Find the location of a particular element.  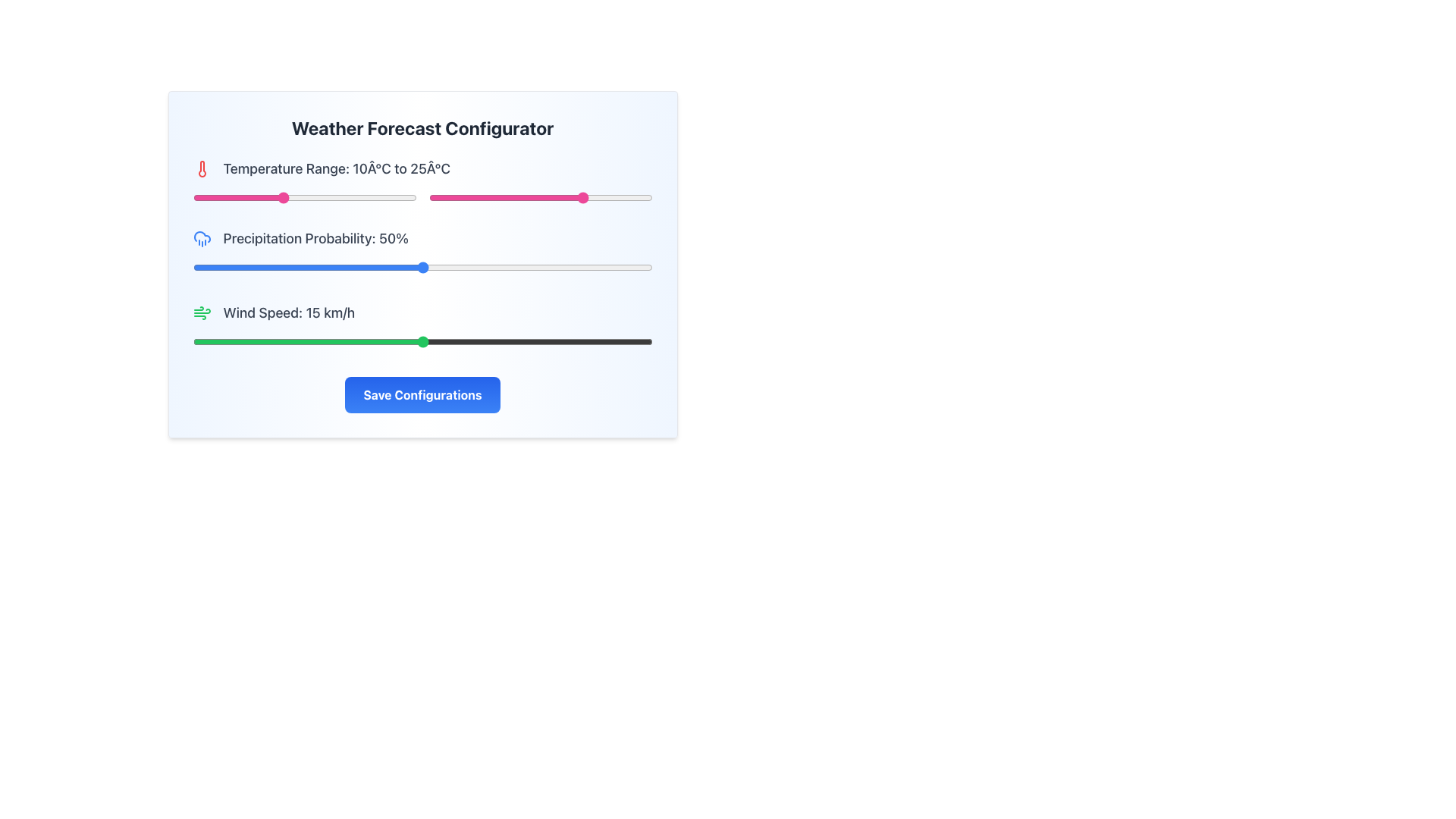

the wind icon that symbolizes air movement, which is green in color and positioned to the left of the 'Wind Speed: 15 km/h' text is located at coordinates (201, 312).